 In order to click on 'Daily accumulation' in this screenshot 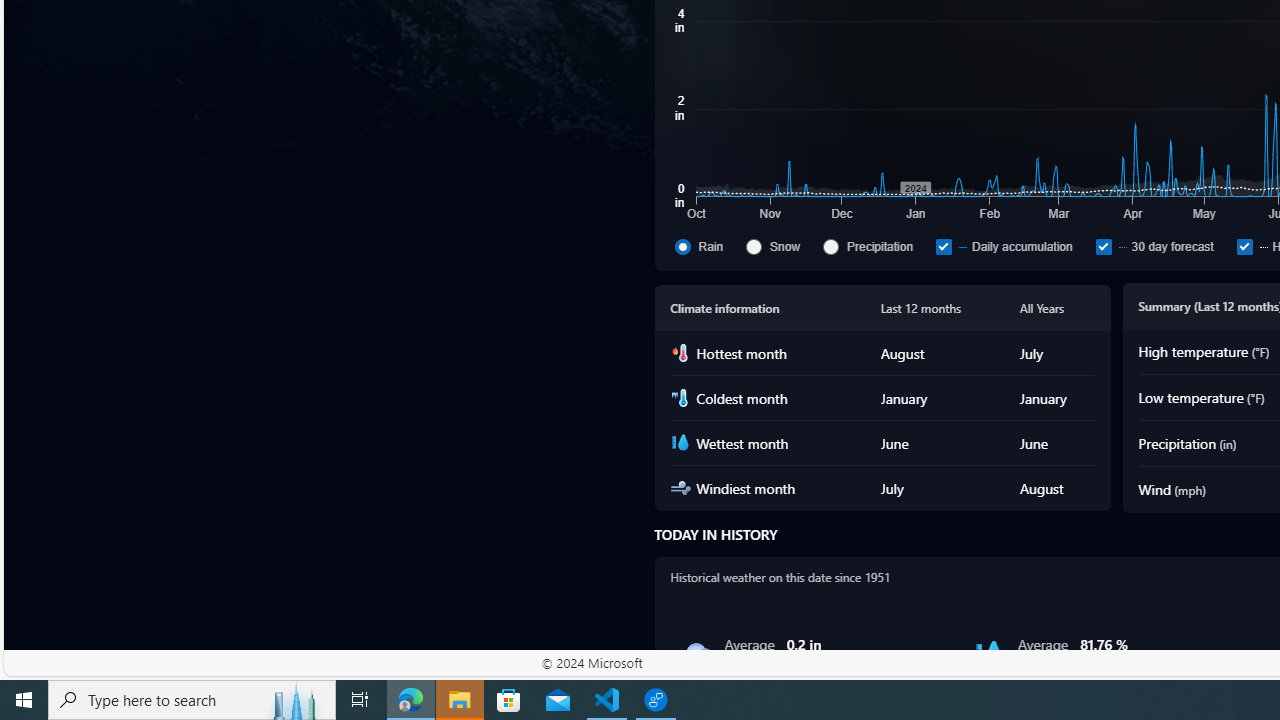, I will do `click(1011, 245)`.